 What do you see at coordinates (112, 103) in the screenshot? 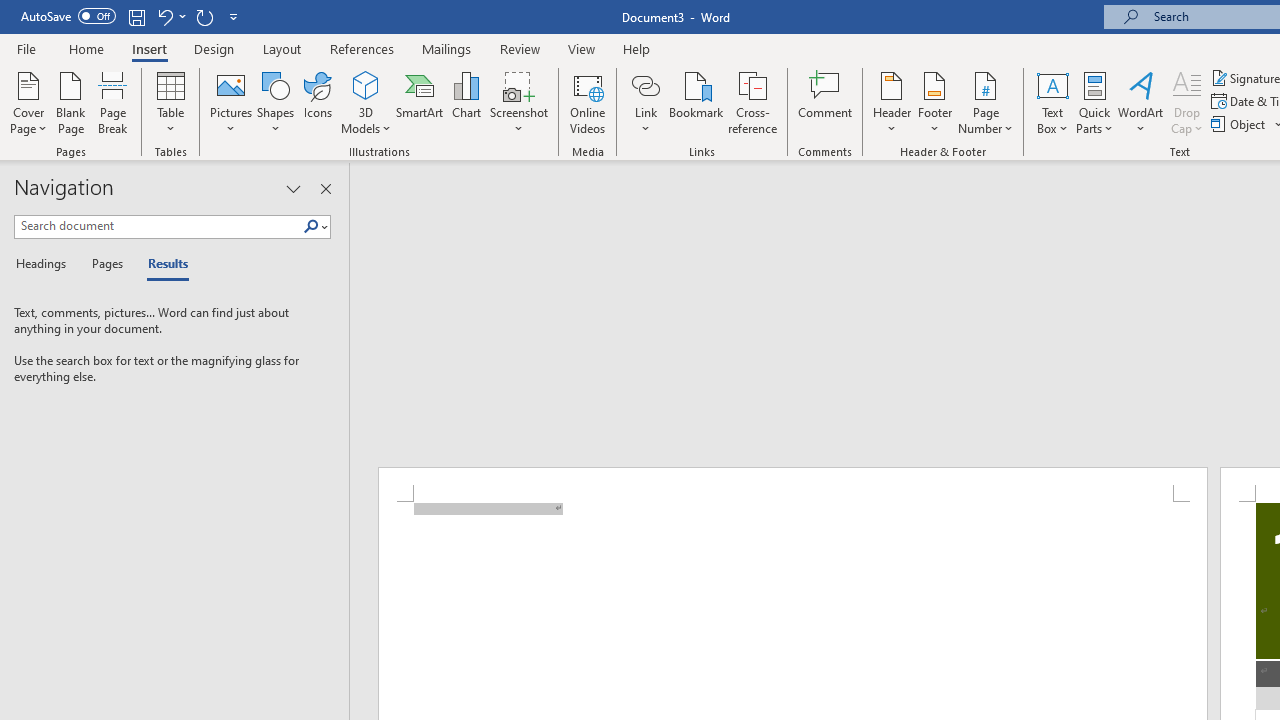
I see `'Page Break'` at bounding box center [112, 103].